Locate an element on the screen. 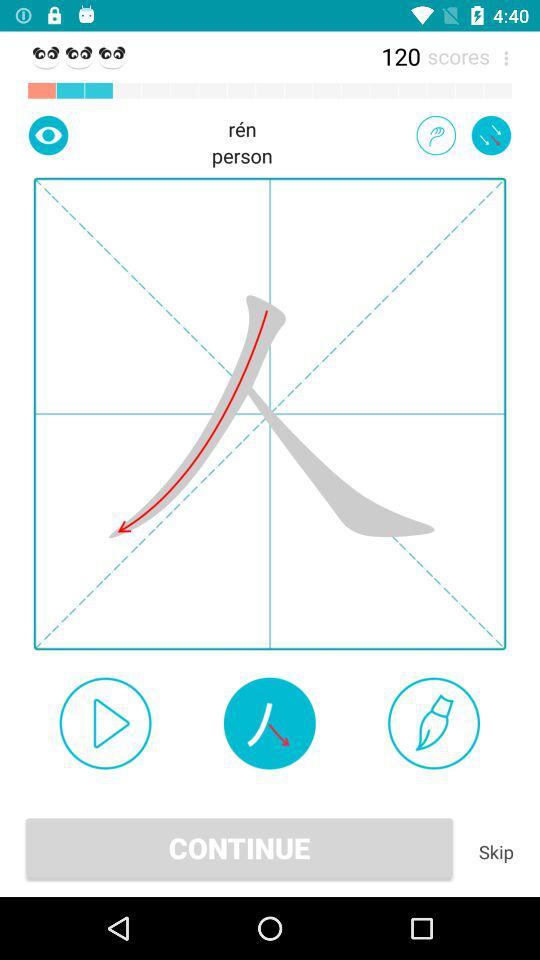 This screenshot has width=540, height=960. the skip icon is located at coordinates (495, 851).